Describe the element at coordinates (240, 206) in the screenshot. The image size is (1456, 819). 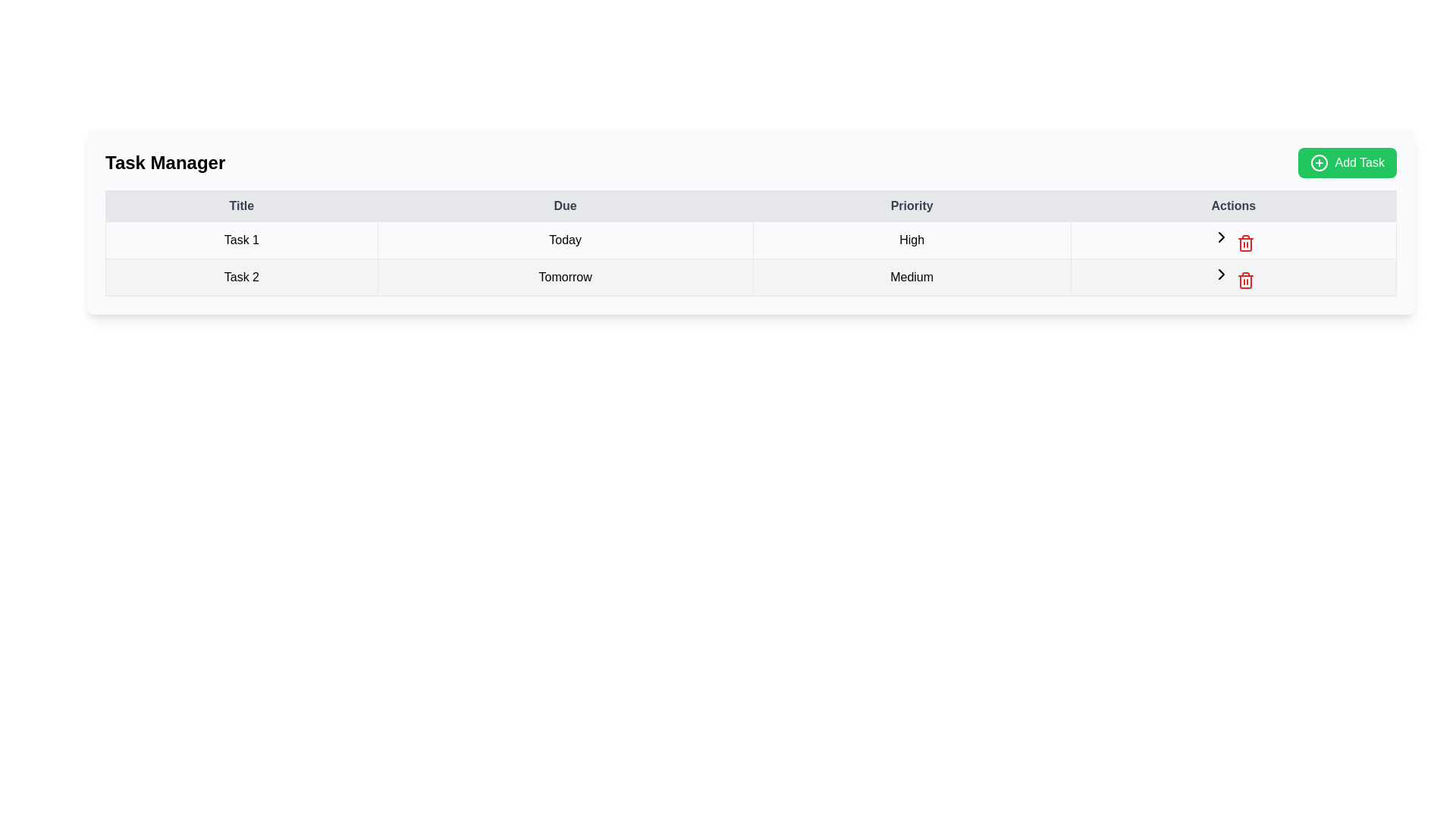
I see `the first column header of the table, which describes the content of the corresponding cells below and is located at the top-left of the table layout` at that location.